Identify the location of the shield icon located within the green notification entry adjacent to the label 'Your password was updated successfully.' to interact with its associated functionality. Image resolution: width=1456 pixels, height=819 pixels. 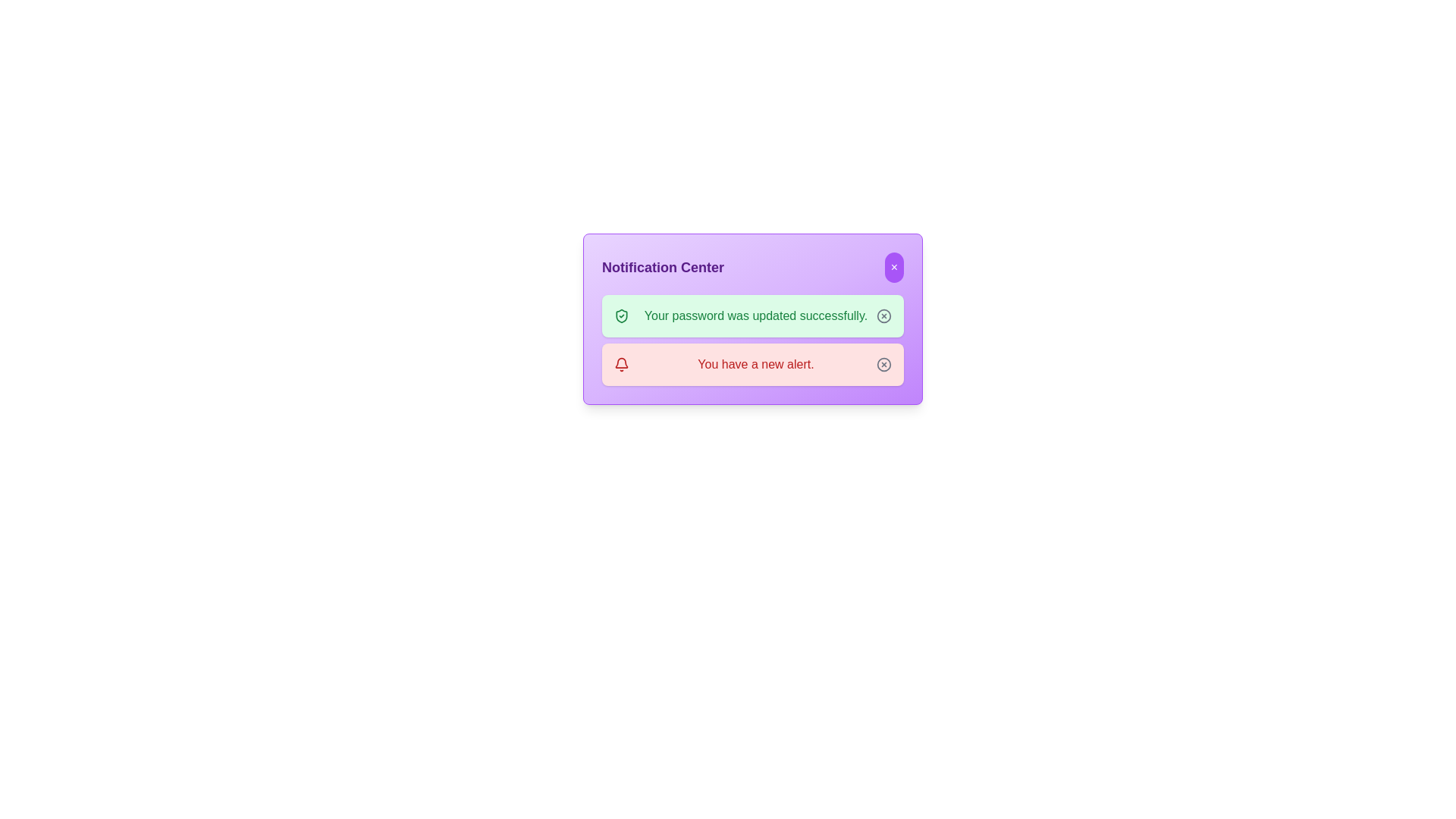
(622, 315).